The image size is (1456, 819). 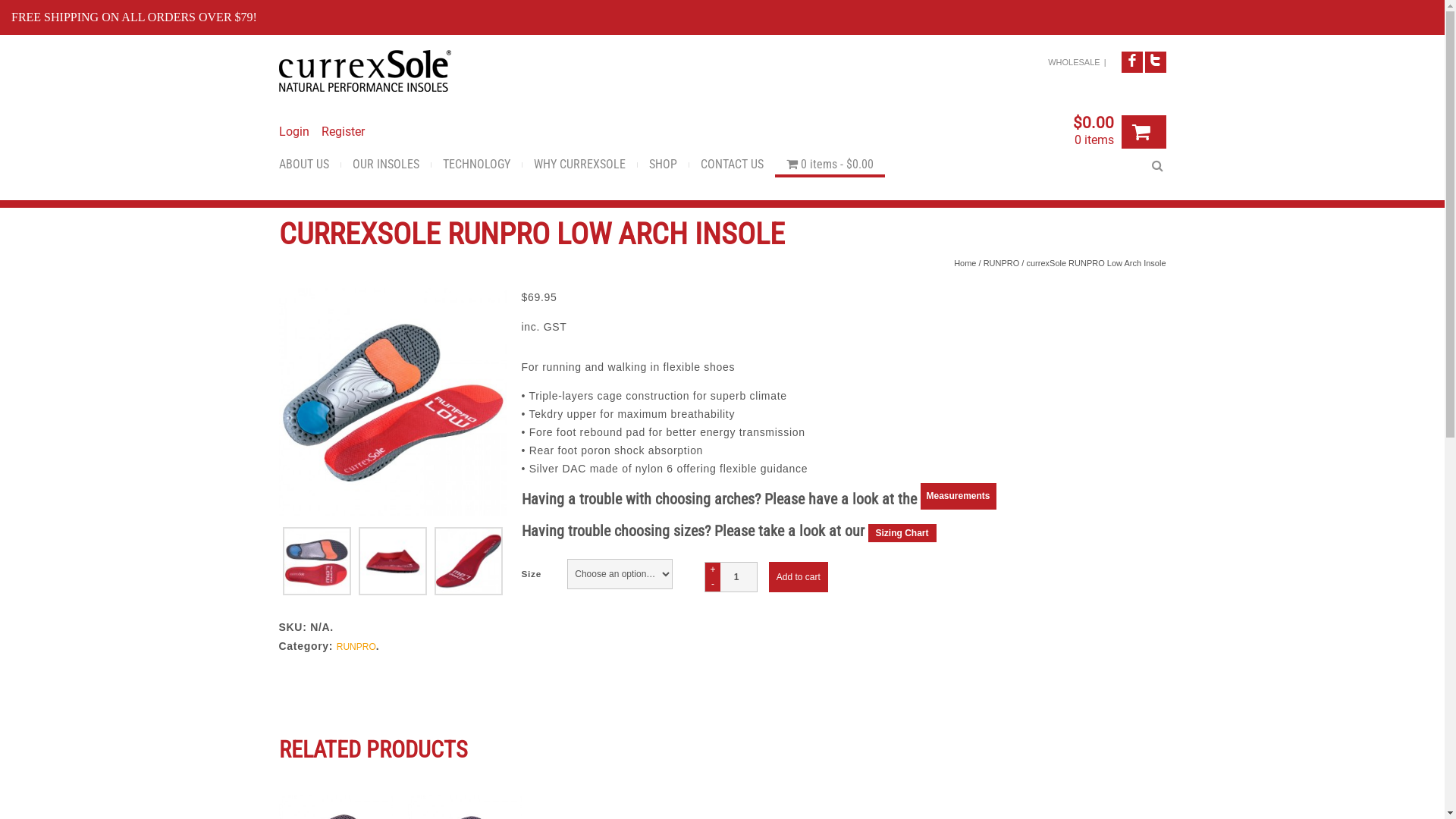 What do you see at coordinates (1073, 61) in the screenshot?
I see `'WHOLESALE'` at bounding box center [1073, 61].